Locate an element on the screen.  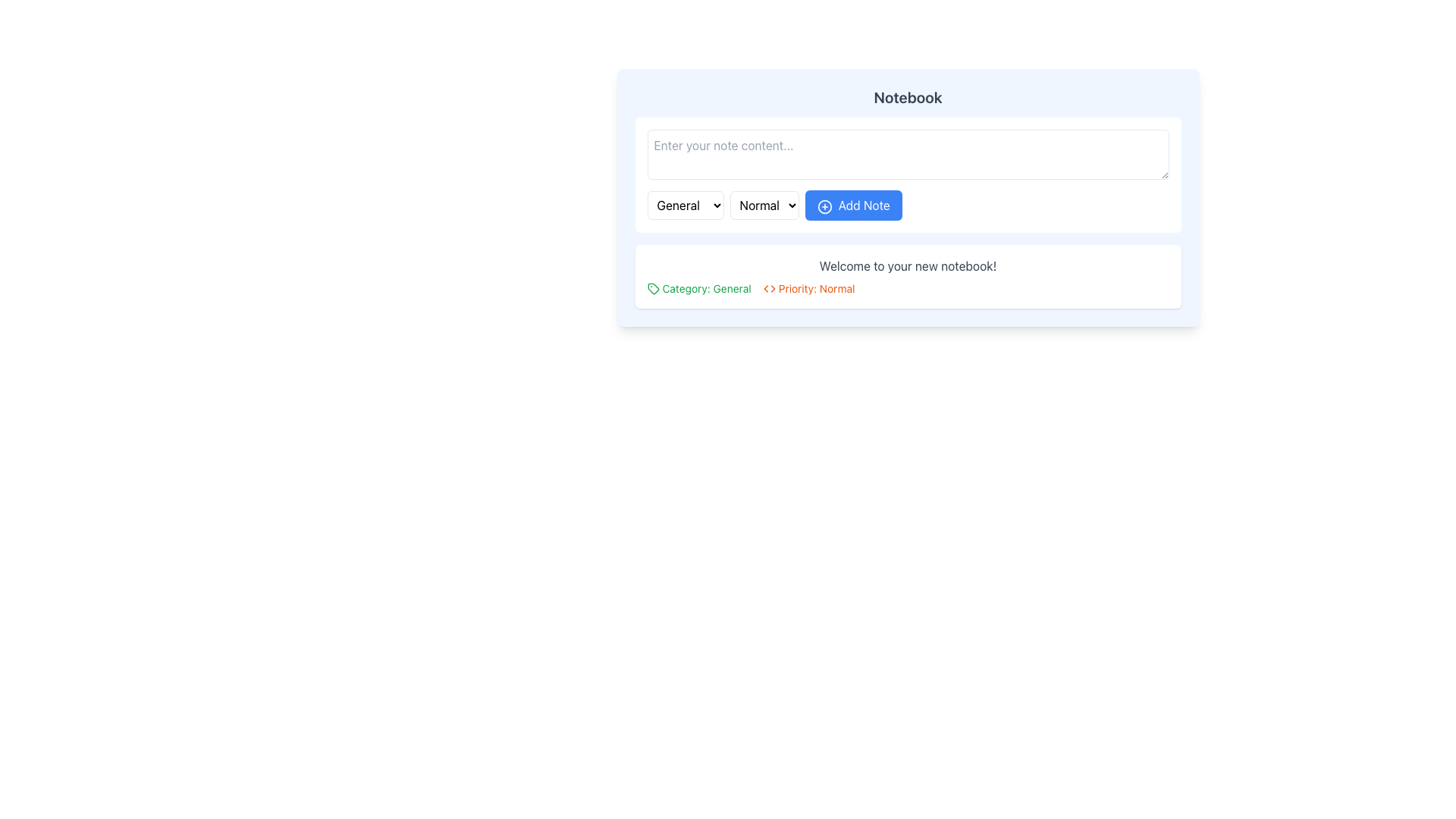
the graphical indicator of the 'Add Note' button located on the interface panel, which is centered within the button group and surrounded by other icons is located at coordinates (824, 206).